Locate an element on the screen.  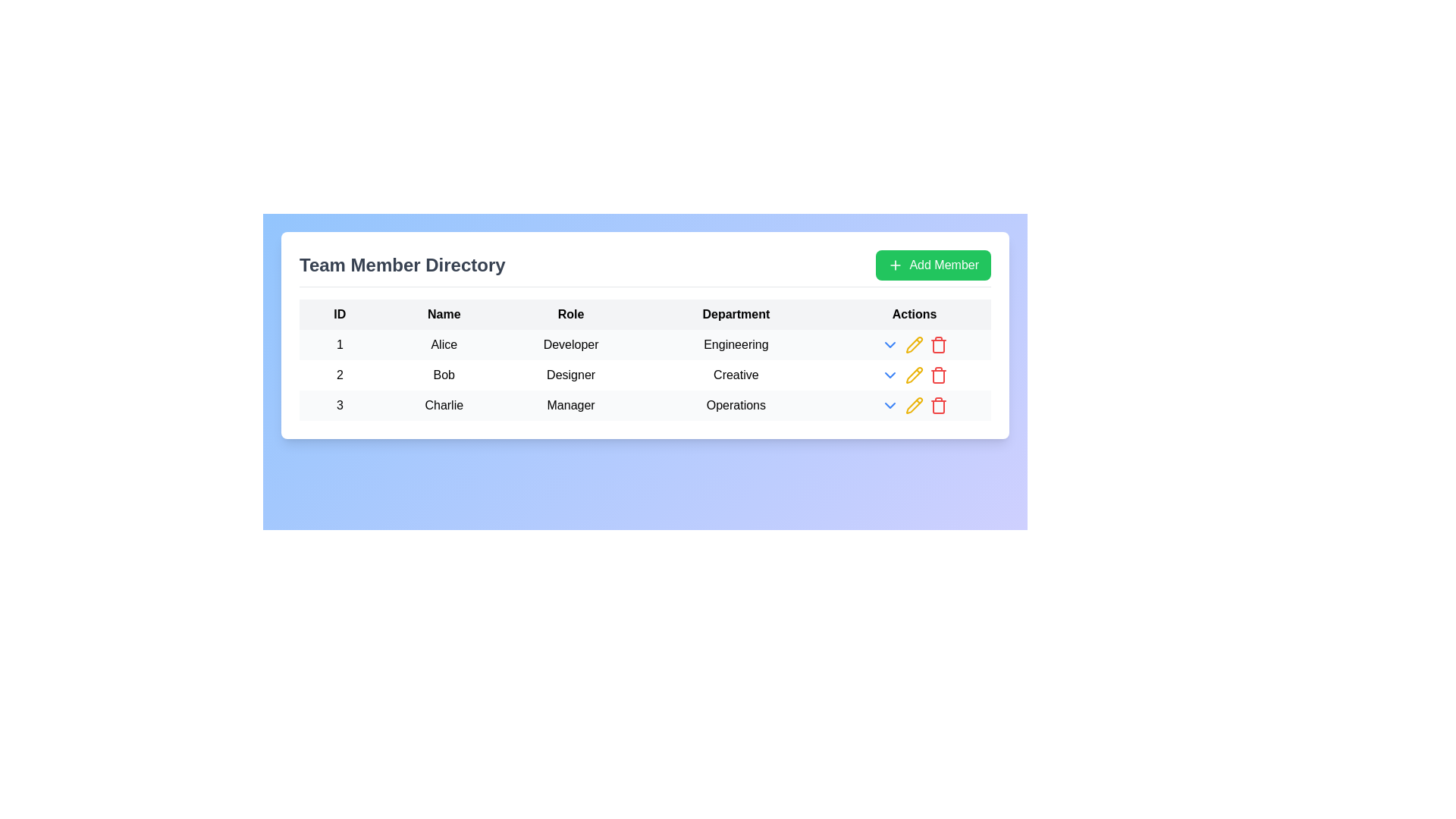
the text label representing the department name in the fourth column of the row containing '3', 'Charlie', and 'Manager' is located at coordinates (736, 405).